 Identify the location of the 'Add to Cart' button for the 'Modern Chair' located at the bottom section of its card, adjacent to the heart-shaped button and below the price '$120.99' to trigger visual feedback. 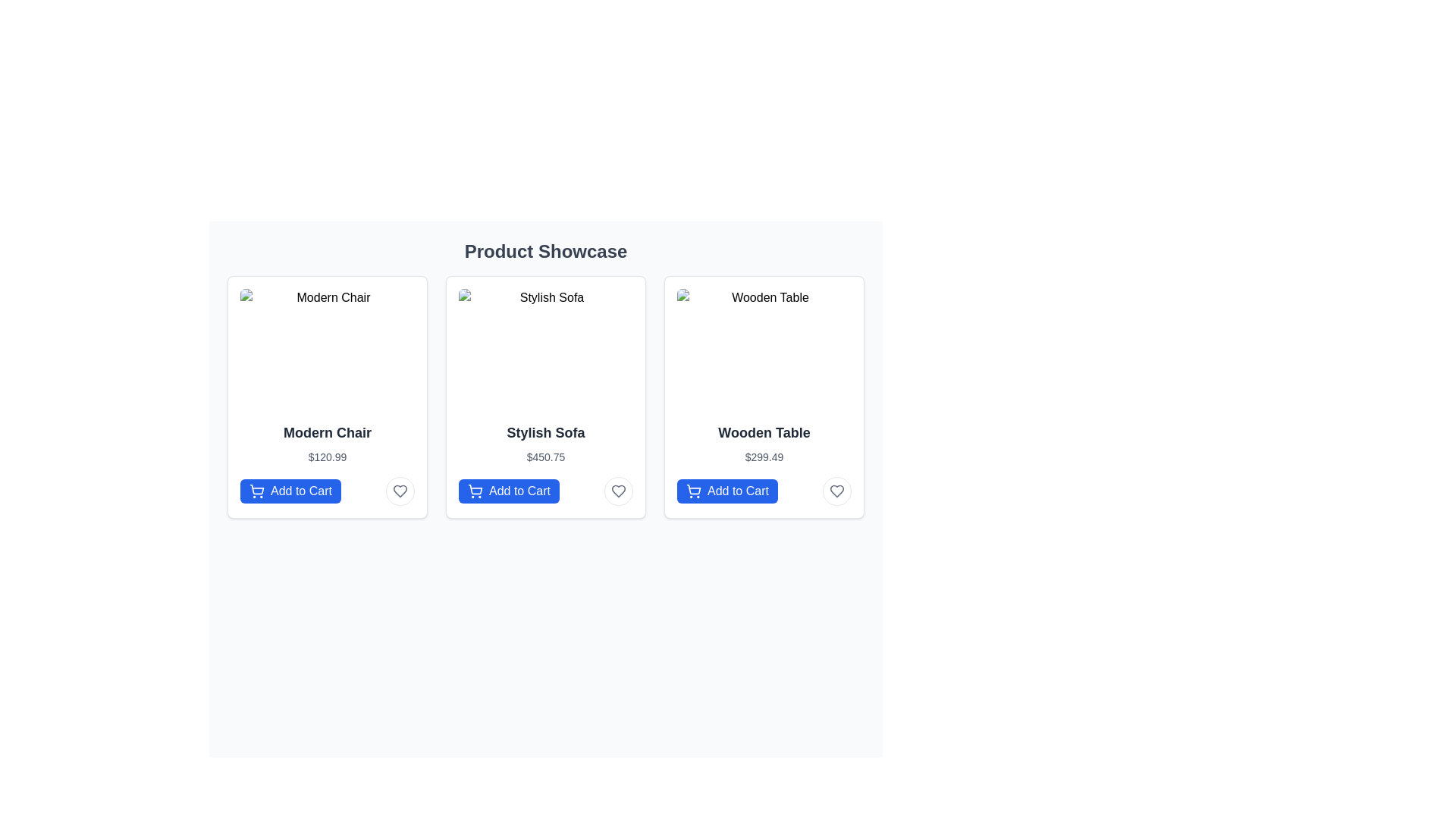
(301, 491).